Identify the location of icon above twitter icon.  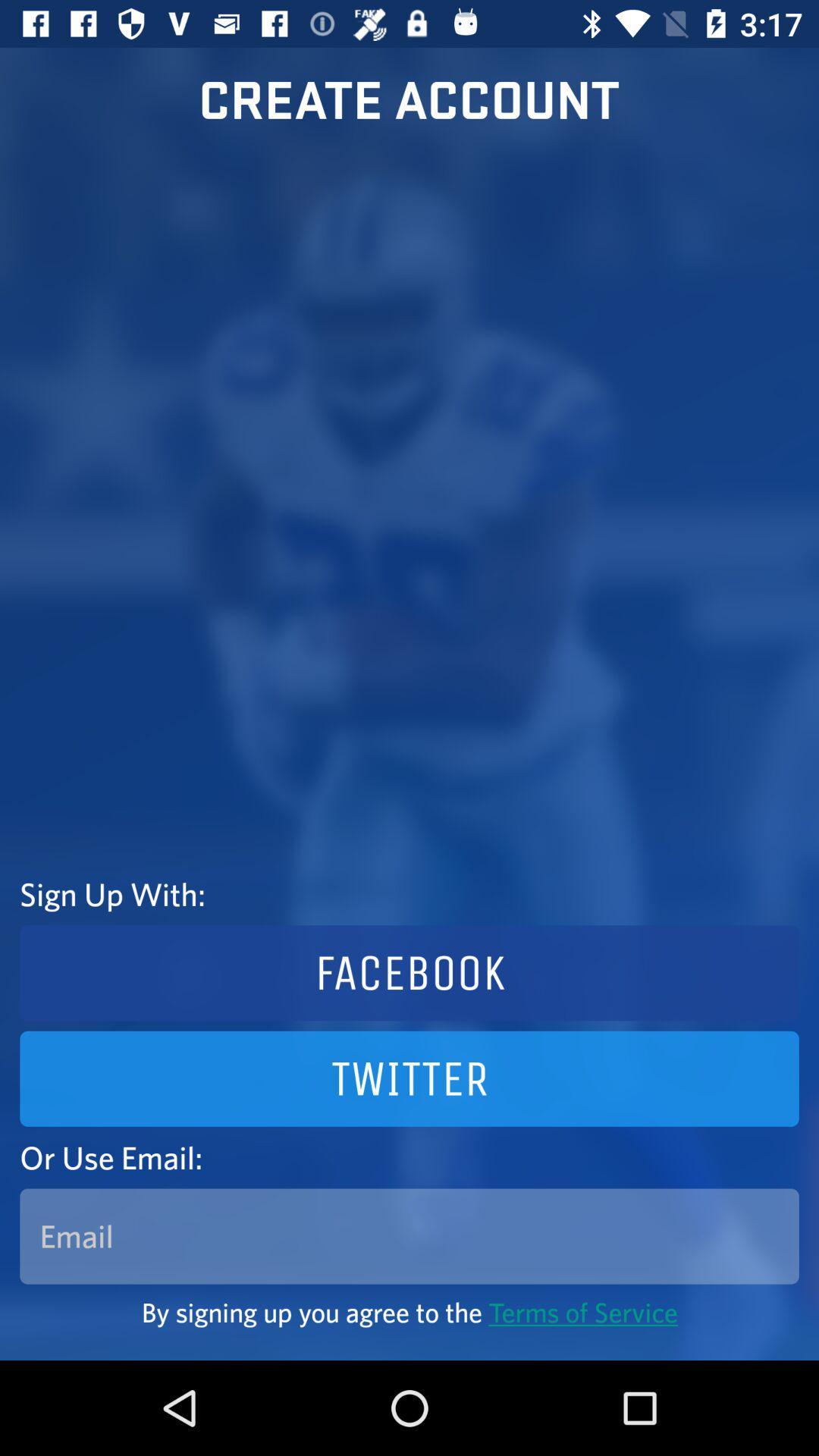
(409, 973).